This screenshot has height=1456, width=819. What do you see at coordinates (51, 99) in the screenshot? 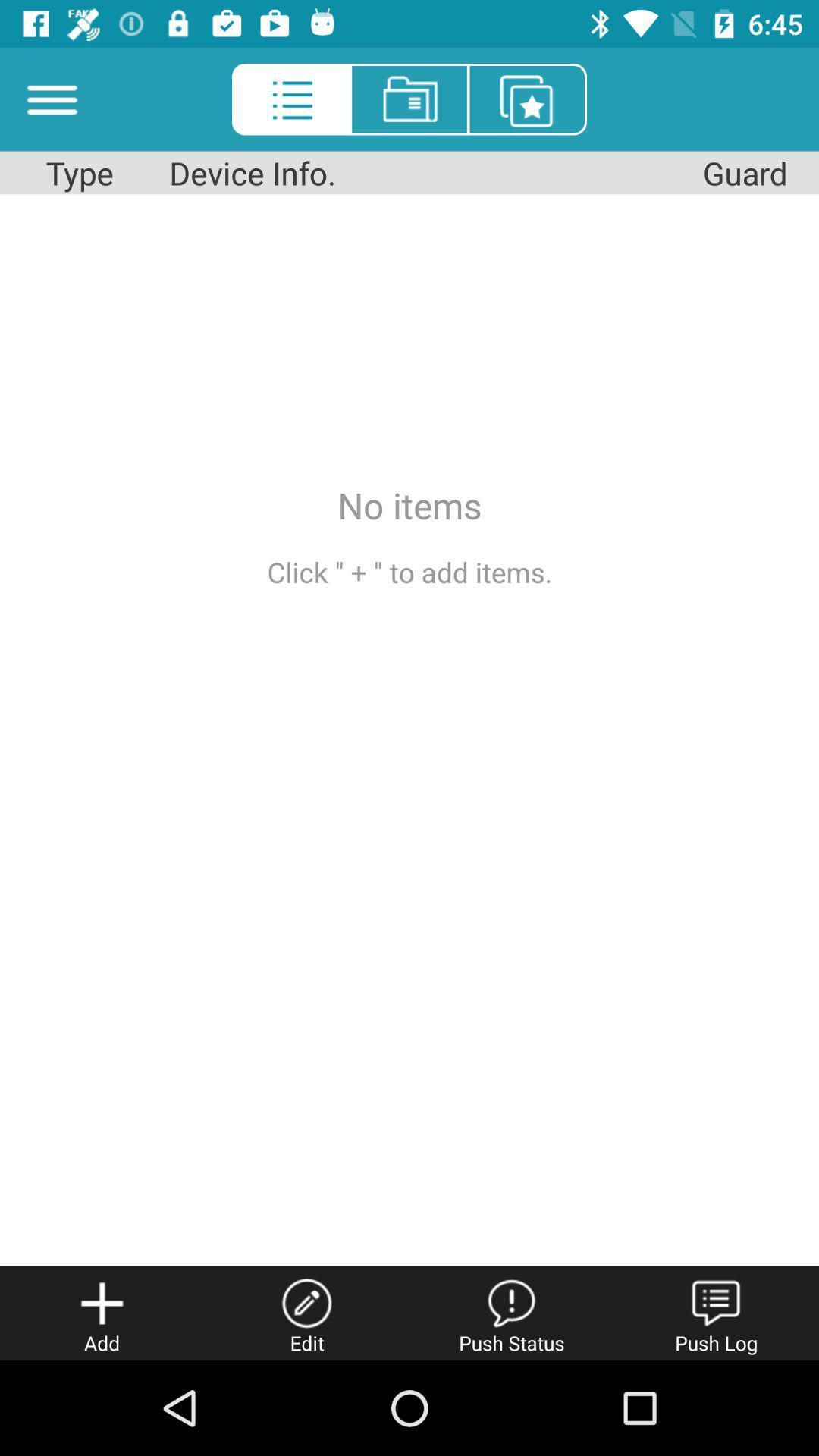
I see `the menu icon` at bounding box center [51, 99].